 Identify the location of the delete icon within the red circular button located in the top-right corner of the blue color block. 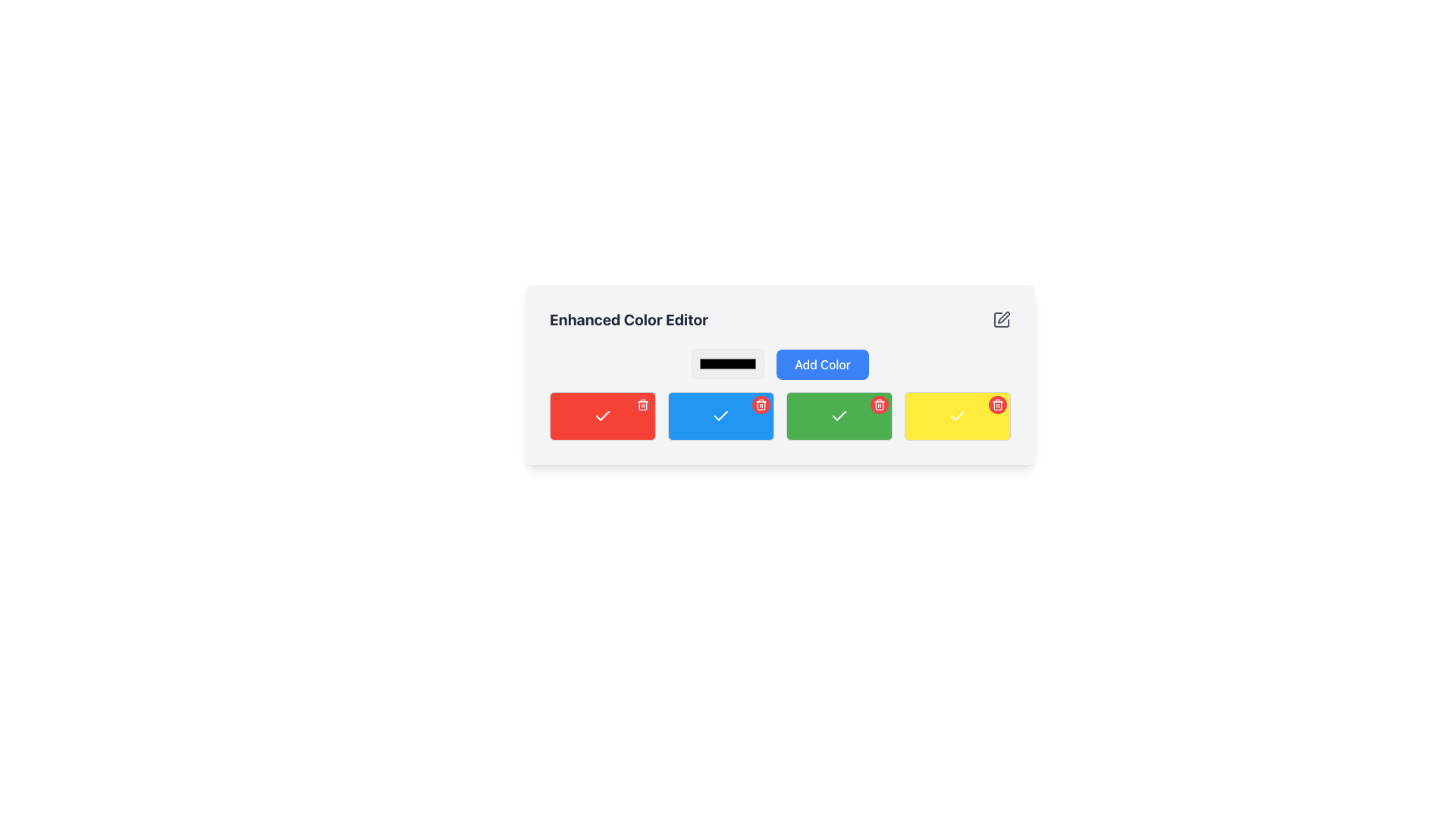
(761, 403).